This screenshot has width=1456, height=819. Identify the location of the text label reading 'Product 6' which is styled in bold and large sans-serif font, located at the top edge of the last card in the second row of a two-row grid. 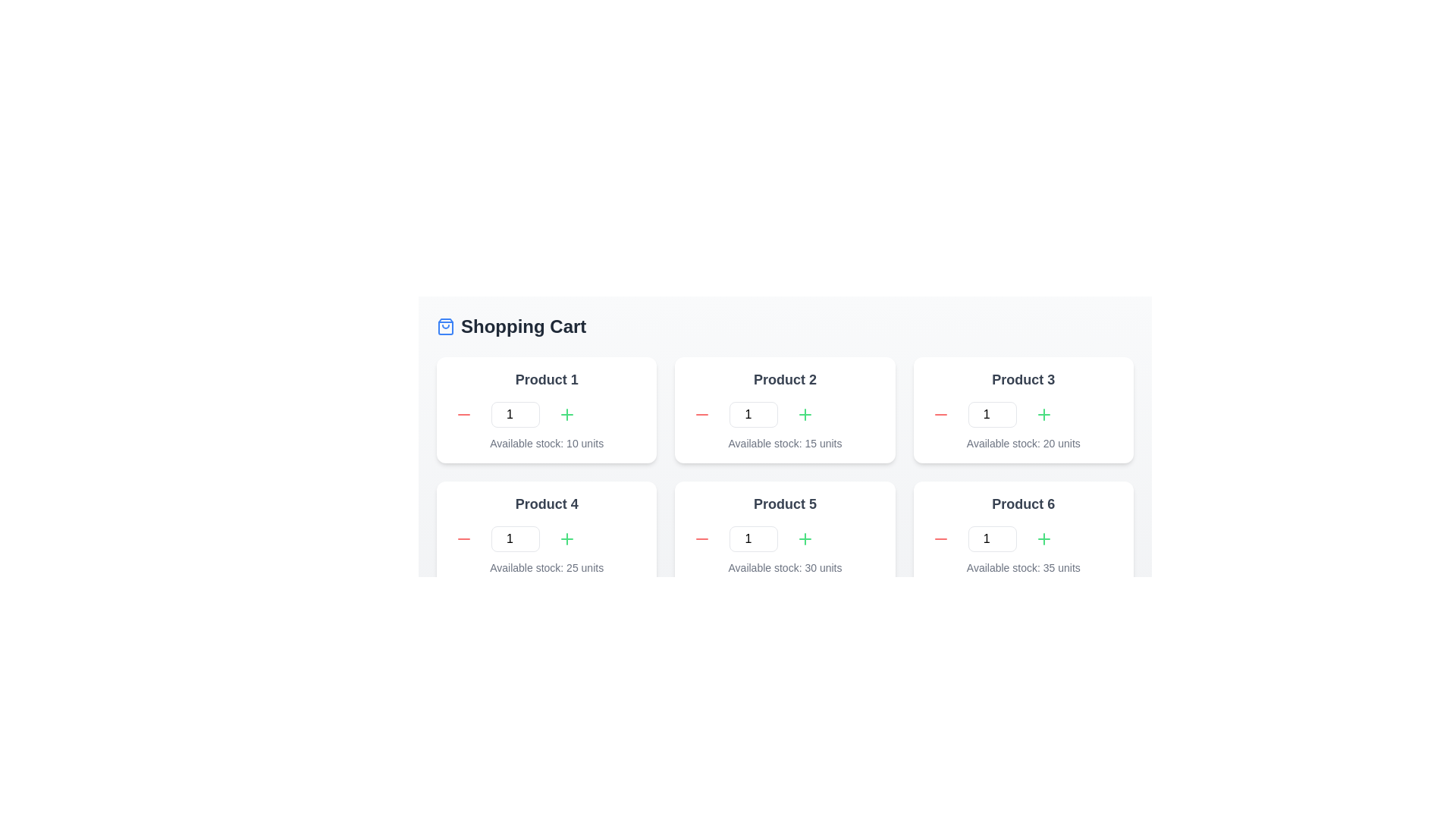
(1023, 504).